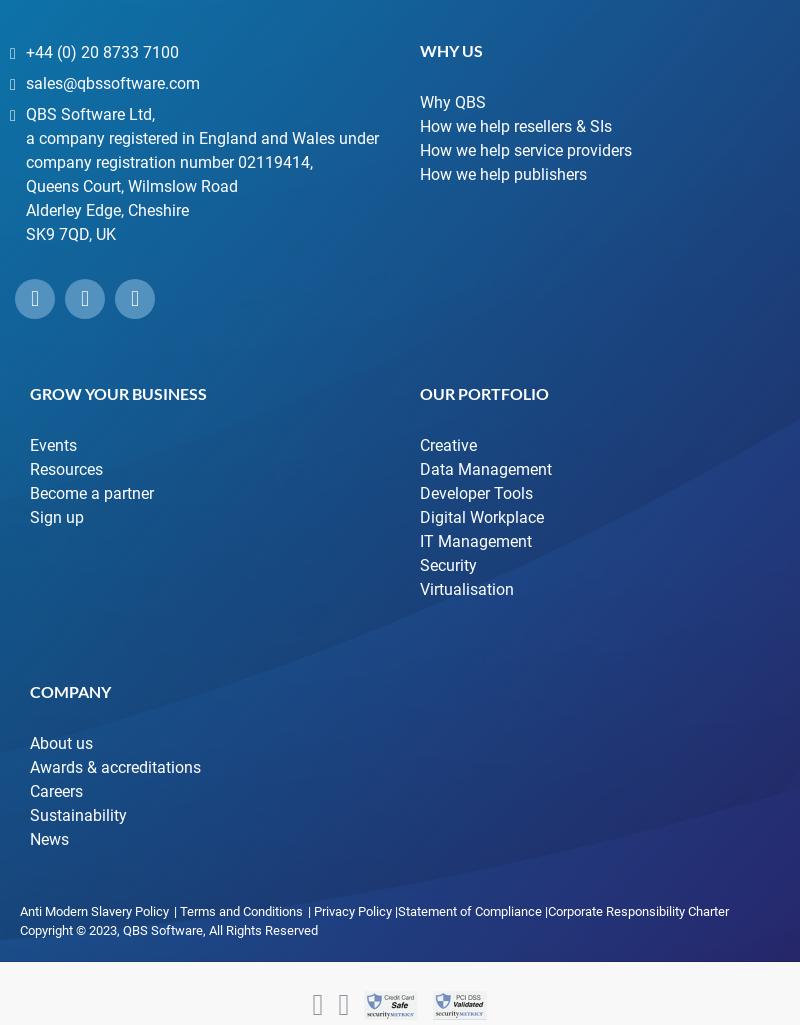  I want to click on 'How we help service providers', so click(420, 148).